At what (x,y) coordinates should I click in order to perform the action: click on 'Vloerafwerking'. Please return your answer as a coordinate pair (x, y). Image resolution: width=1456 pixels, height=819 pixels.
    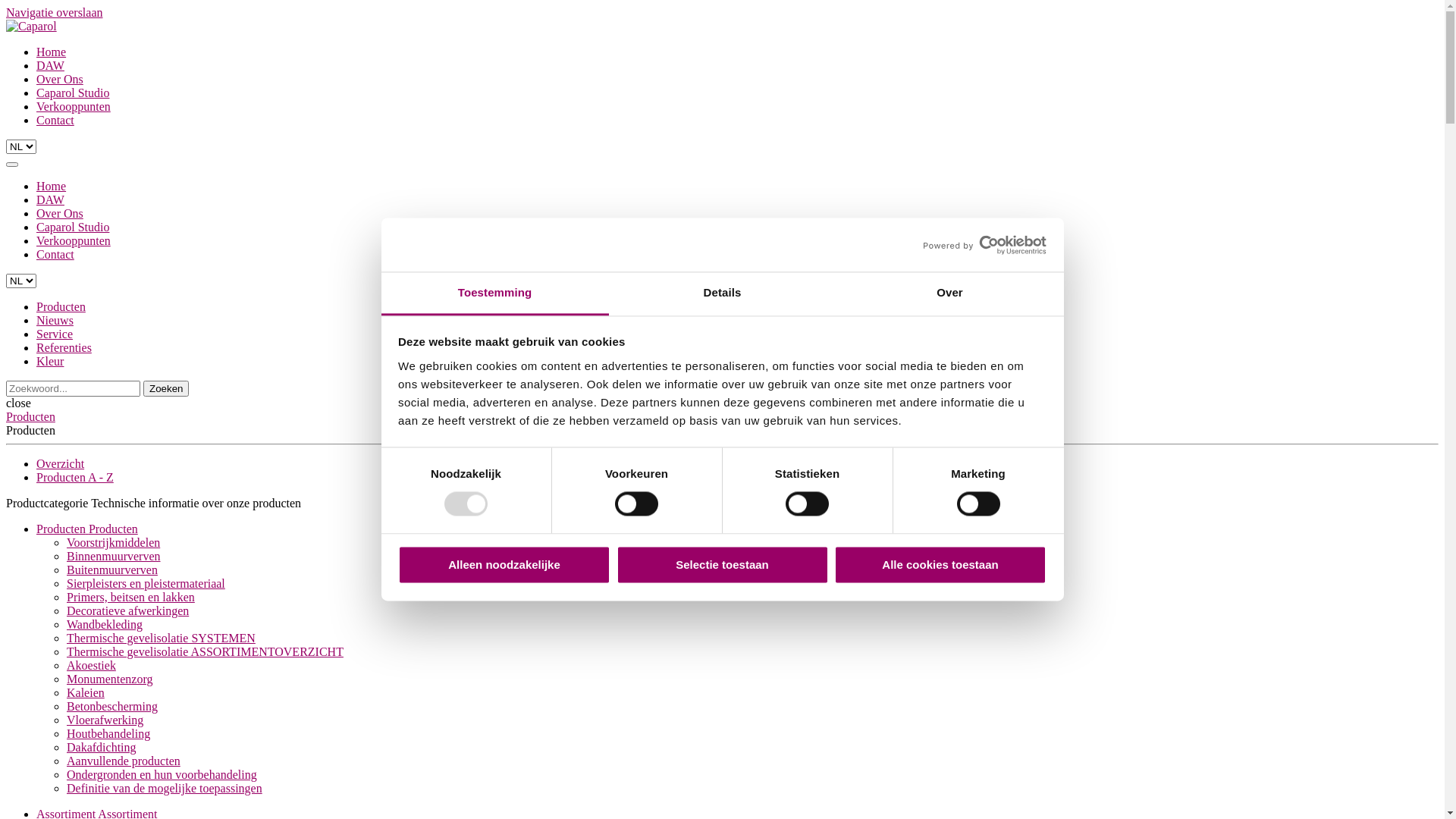
    Looking at the image, I should click on (104, 719).